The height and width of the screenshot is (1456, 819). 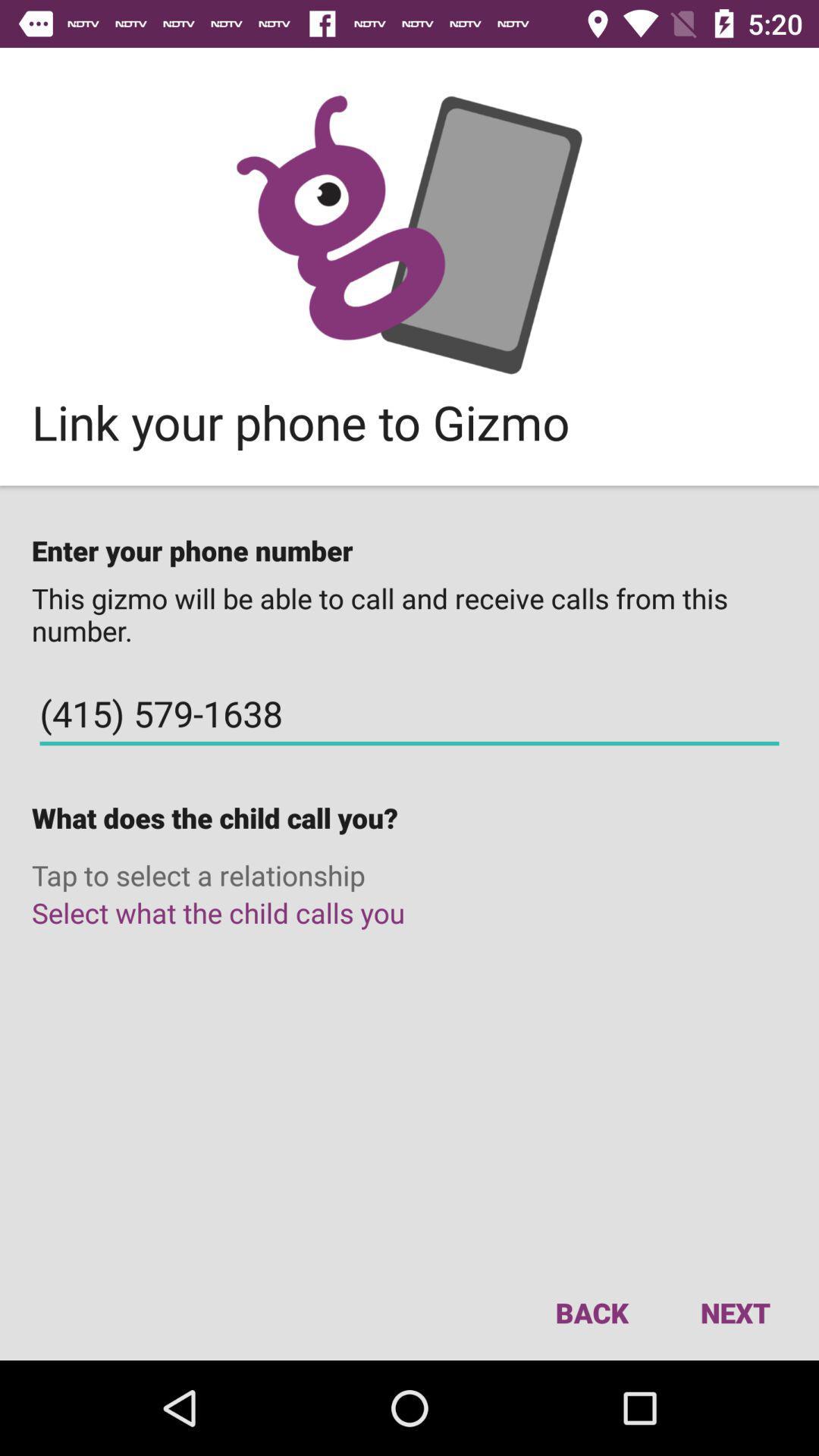 What do you see at coordinates (409, 713) in the screenshot?
I see `the item below the this gizmo will item` at bounding box center [409, 713].